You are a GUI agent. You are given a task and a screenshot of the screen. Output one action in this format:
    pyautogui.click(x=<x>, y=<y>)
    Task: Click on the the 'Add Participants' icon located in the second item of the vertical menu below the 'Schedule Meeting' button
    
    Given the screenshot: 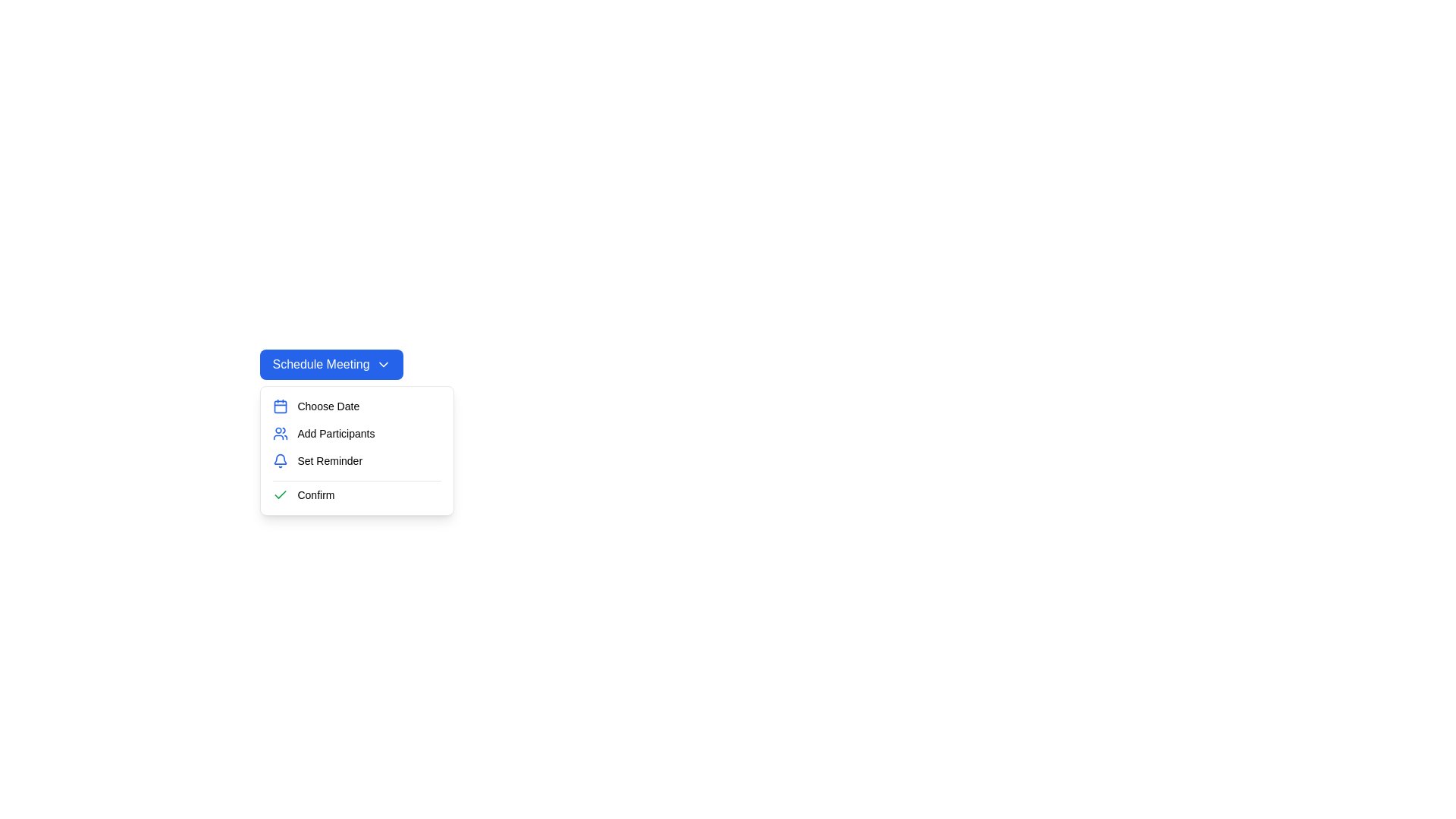 What is the action you would take?
    pyautogui.click(x=281, y=433)
    